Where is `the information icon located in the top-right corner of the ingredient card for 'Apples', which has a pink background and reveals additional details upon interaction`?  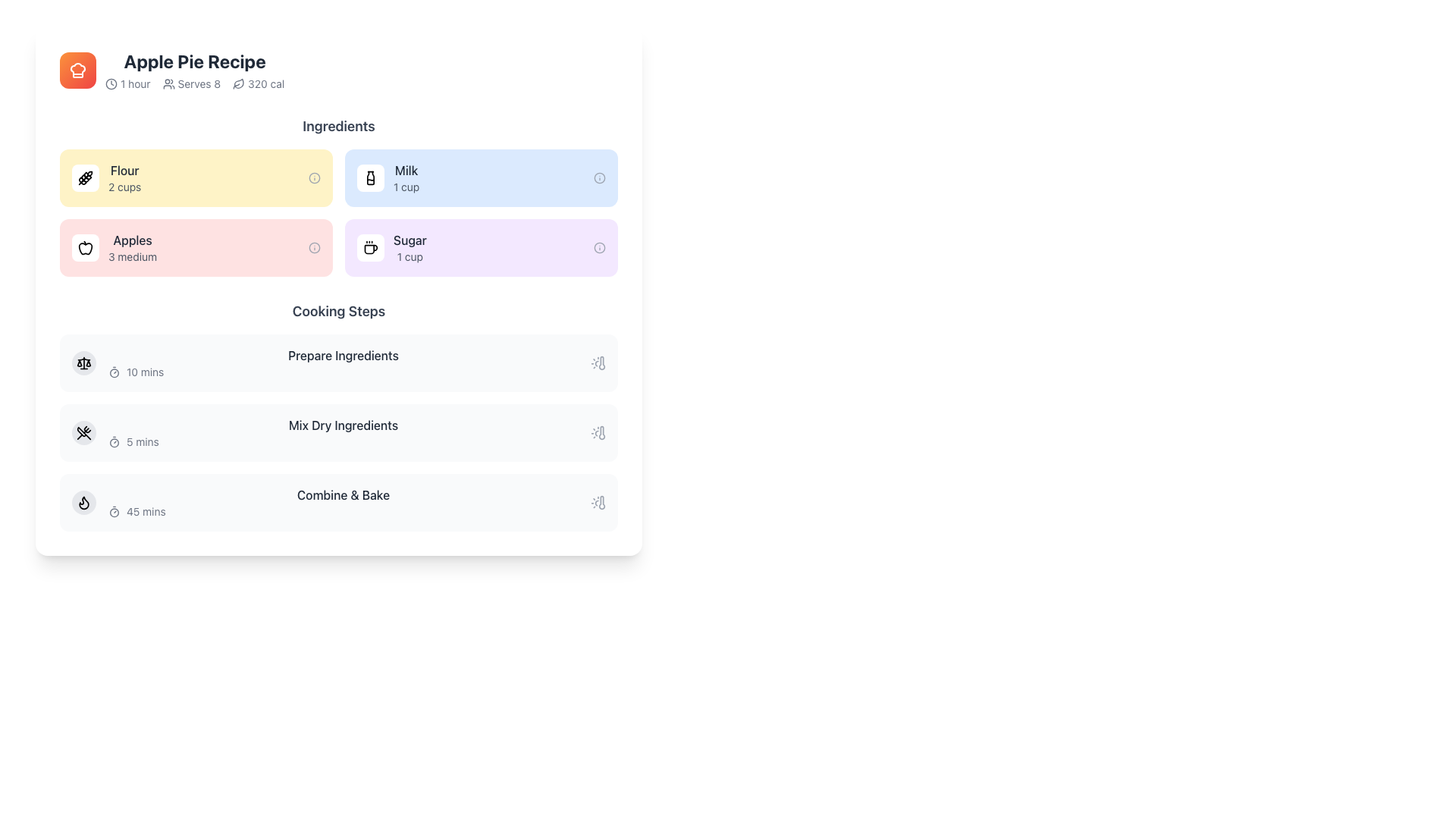
the information icon located in the top-right corner of the ingredient card for 'Apples', which has a pink background and reveals additional details upon interaction is located at coordinates (313, 247).